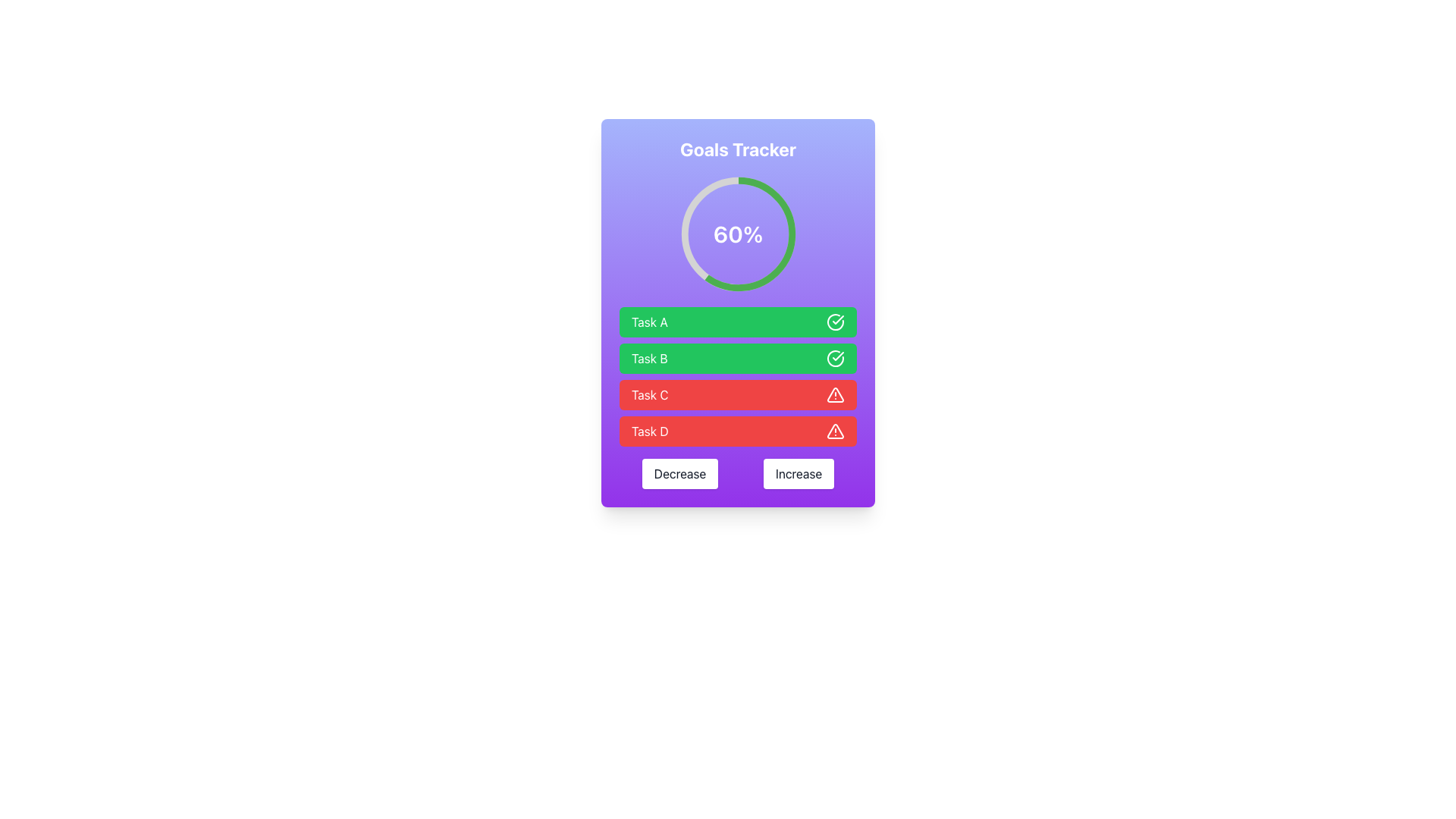  What do you see at coordinates (679, 472) in the screenshot?
I see `the leftmost button in the horizontal pair at the bottom center of the interface` at bounding box center [679, 472].